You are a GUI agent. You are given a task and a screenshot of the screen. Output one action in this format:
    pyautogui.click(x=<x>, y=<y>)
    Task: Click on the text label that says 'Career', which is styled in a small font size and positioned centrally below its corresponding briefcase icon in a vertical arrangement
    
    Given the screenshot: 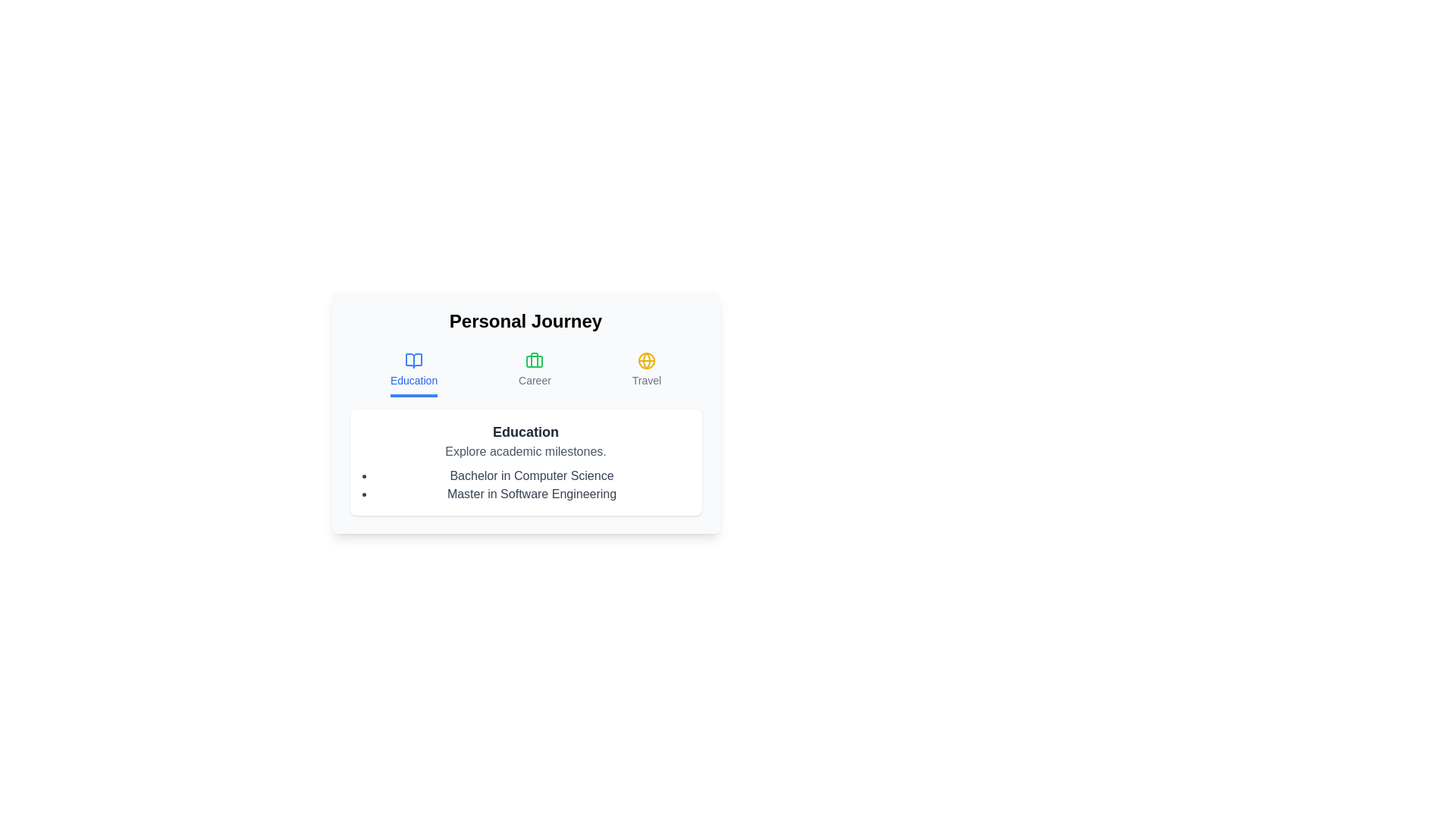 What is the action you would take?
    pyautogui.click(x=535, y=379)
    